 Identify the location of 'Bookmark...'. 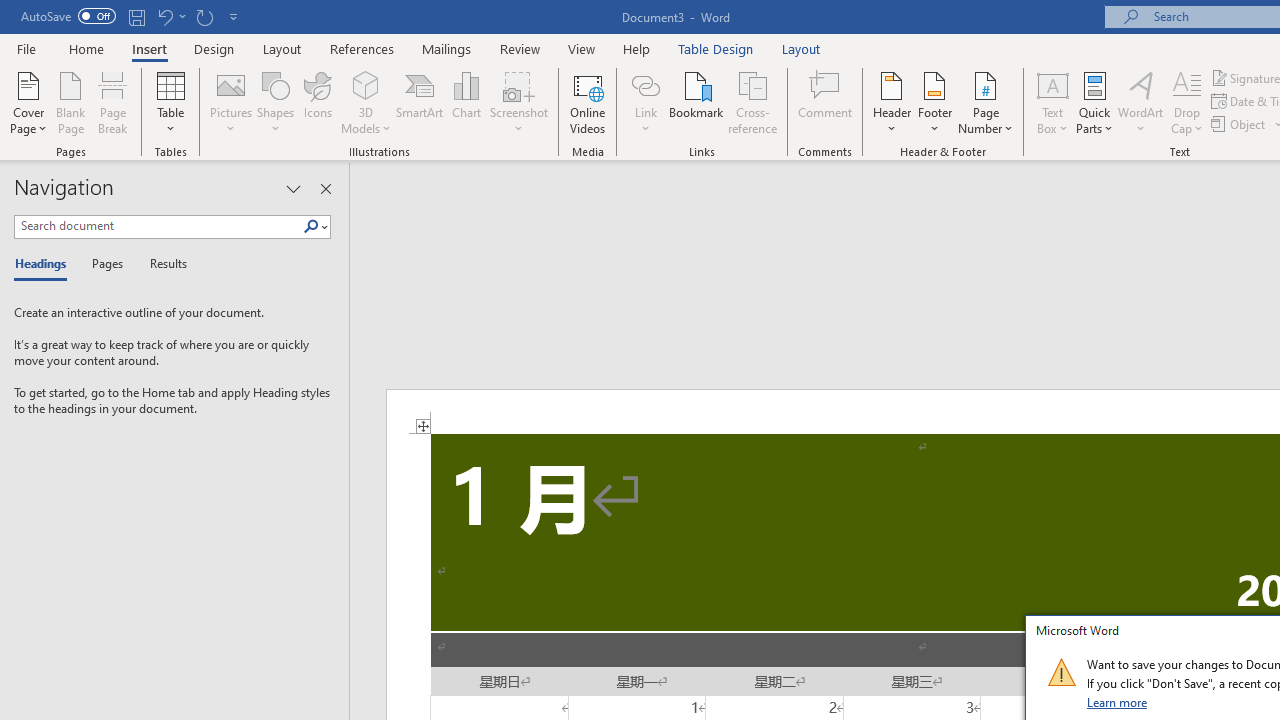
(696, 103).